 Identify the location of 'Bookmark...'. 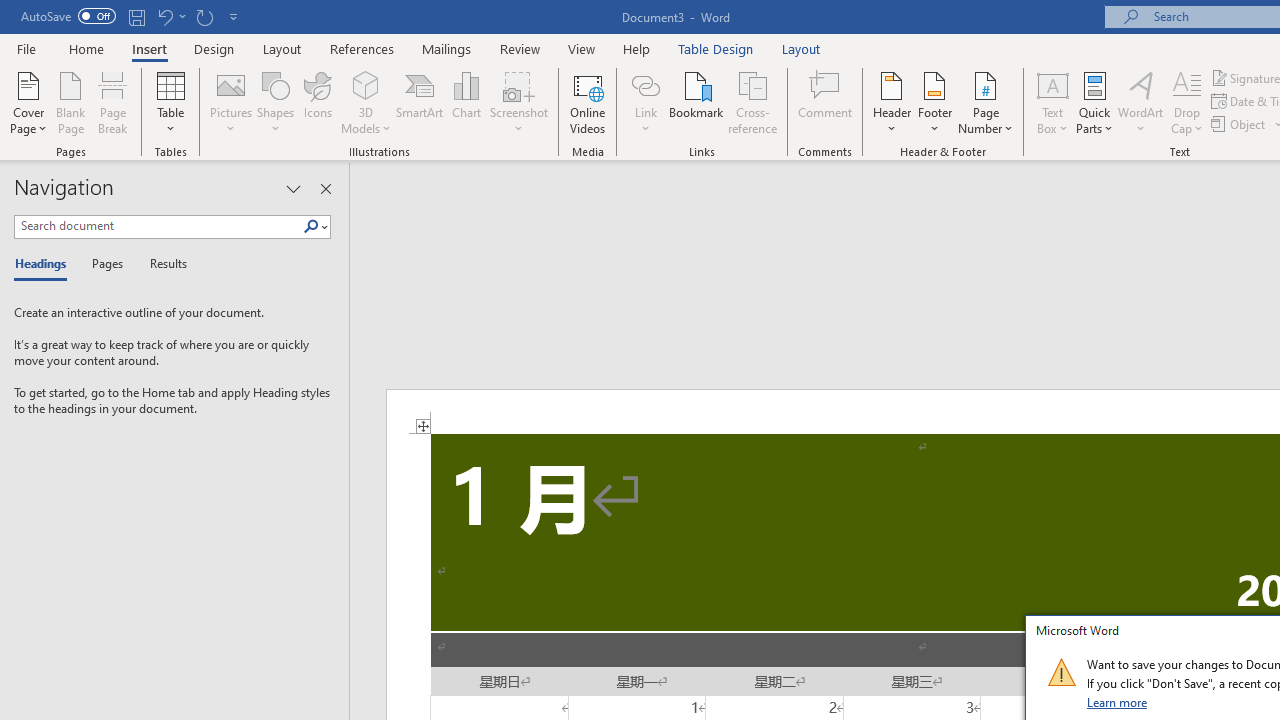
(696, 103).